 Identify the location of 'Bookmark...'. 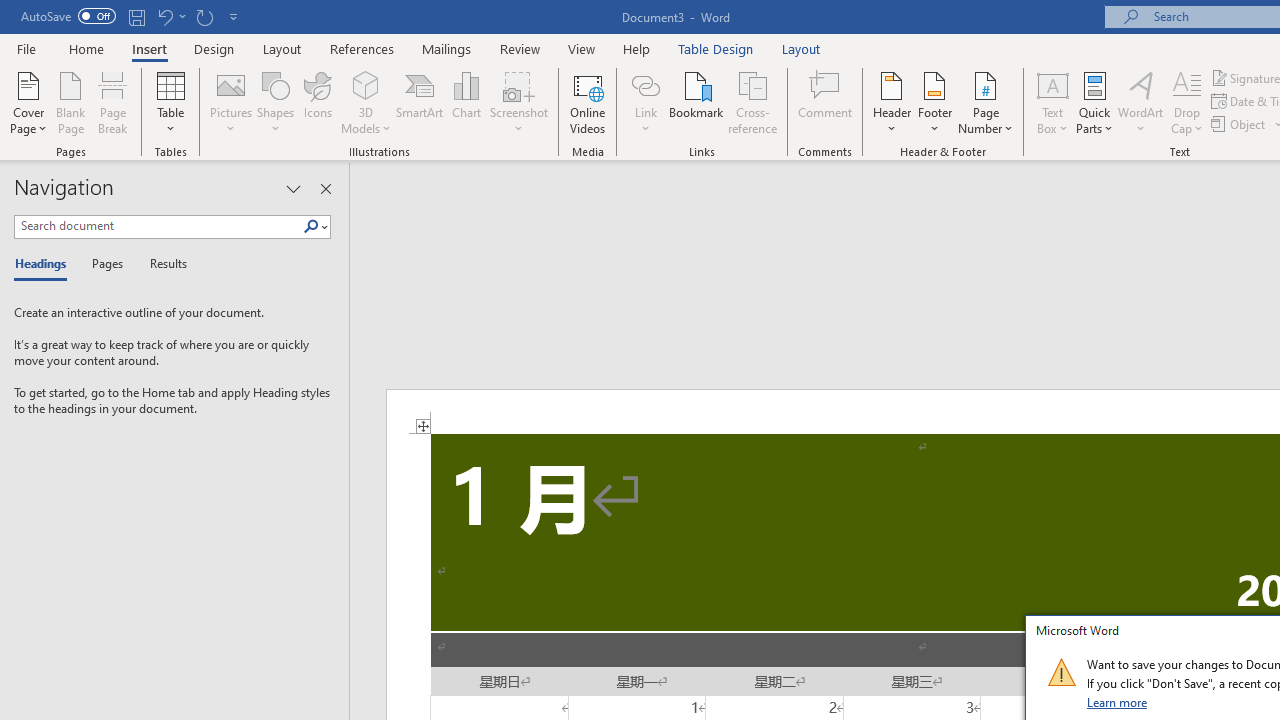
(696, 103).